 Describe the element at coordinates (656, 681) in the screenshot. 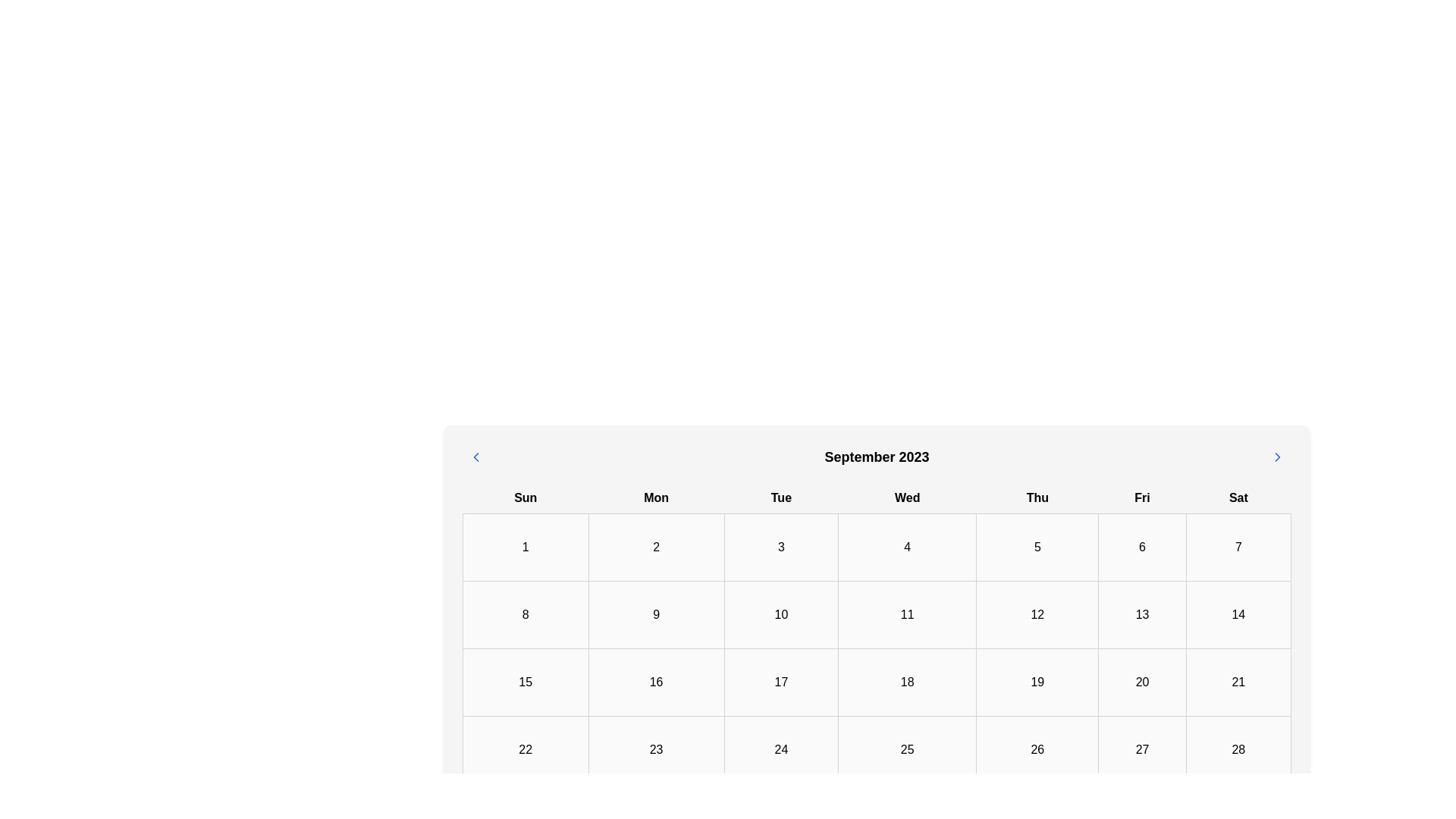

I see `the displayed date in the text box showing the number '16', which is the second box from the left in the third row of the month view calendar` at that location.